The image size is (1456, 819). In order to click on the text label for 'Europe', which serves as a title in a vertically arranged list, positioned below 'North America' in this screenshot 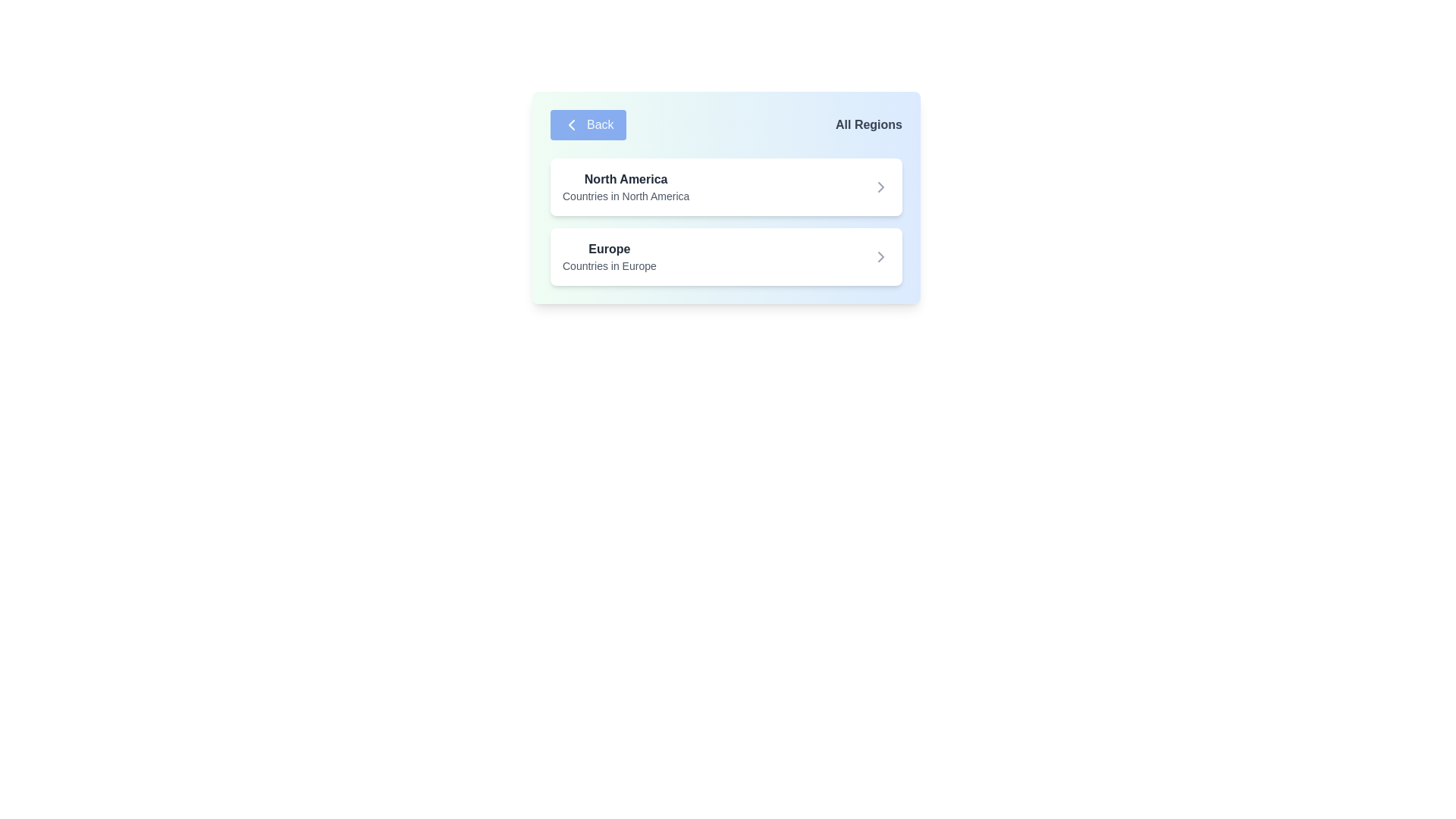, I will do `click(609, 248)`.